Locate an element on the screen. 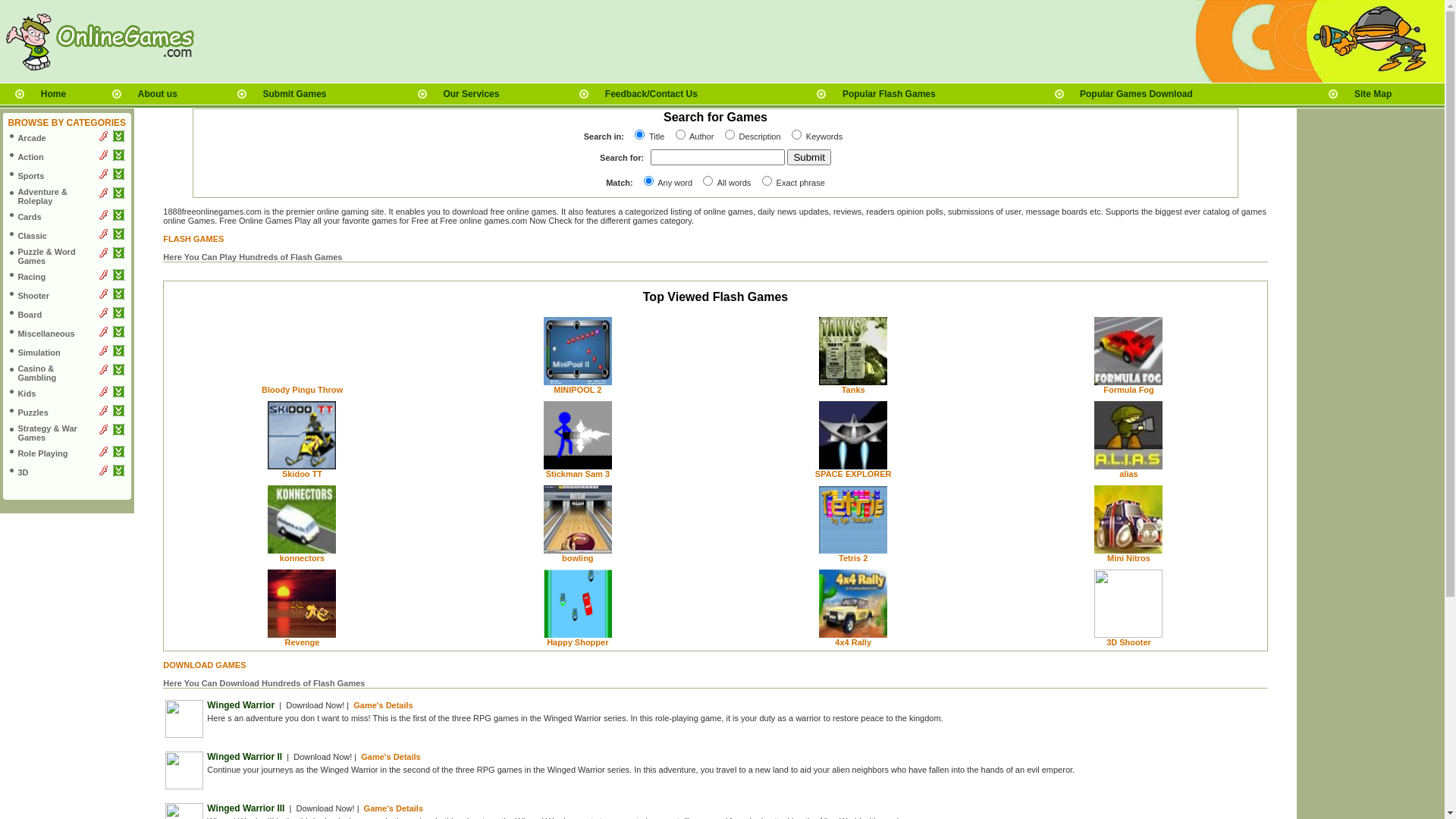 The image size is (1456, 819). 'Mini Nitros' is located at coordinates (1128, 558).